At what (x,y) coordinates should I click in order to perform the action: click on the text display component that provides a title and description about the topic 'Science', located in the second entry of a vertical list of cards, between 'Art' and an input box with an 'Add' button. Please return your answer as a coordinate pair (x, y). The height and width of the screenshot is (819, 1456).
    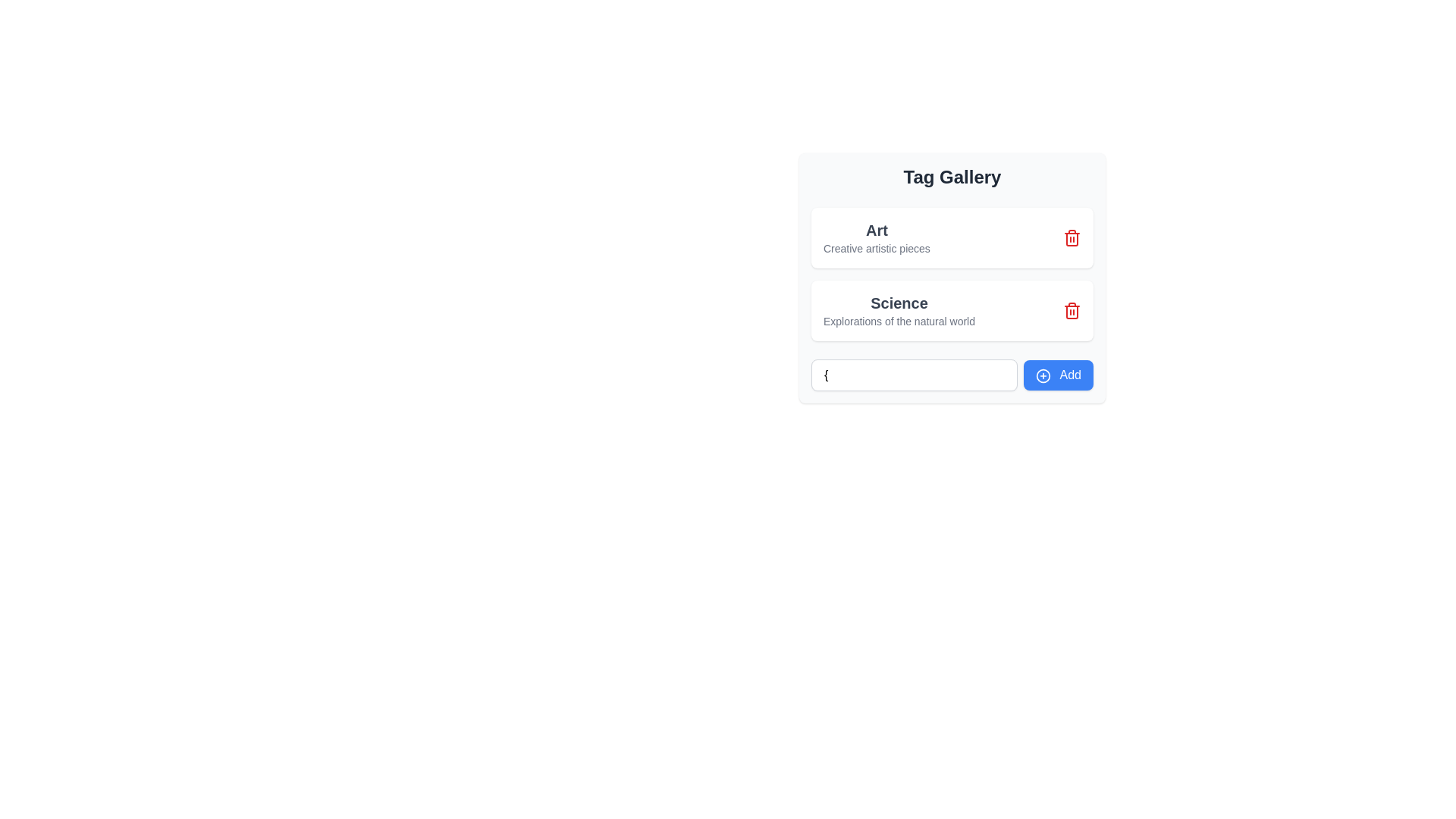
    Looking at the image, I should click on (899, 309).